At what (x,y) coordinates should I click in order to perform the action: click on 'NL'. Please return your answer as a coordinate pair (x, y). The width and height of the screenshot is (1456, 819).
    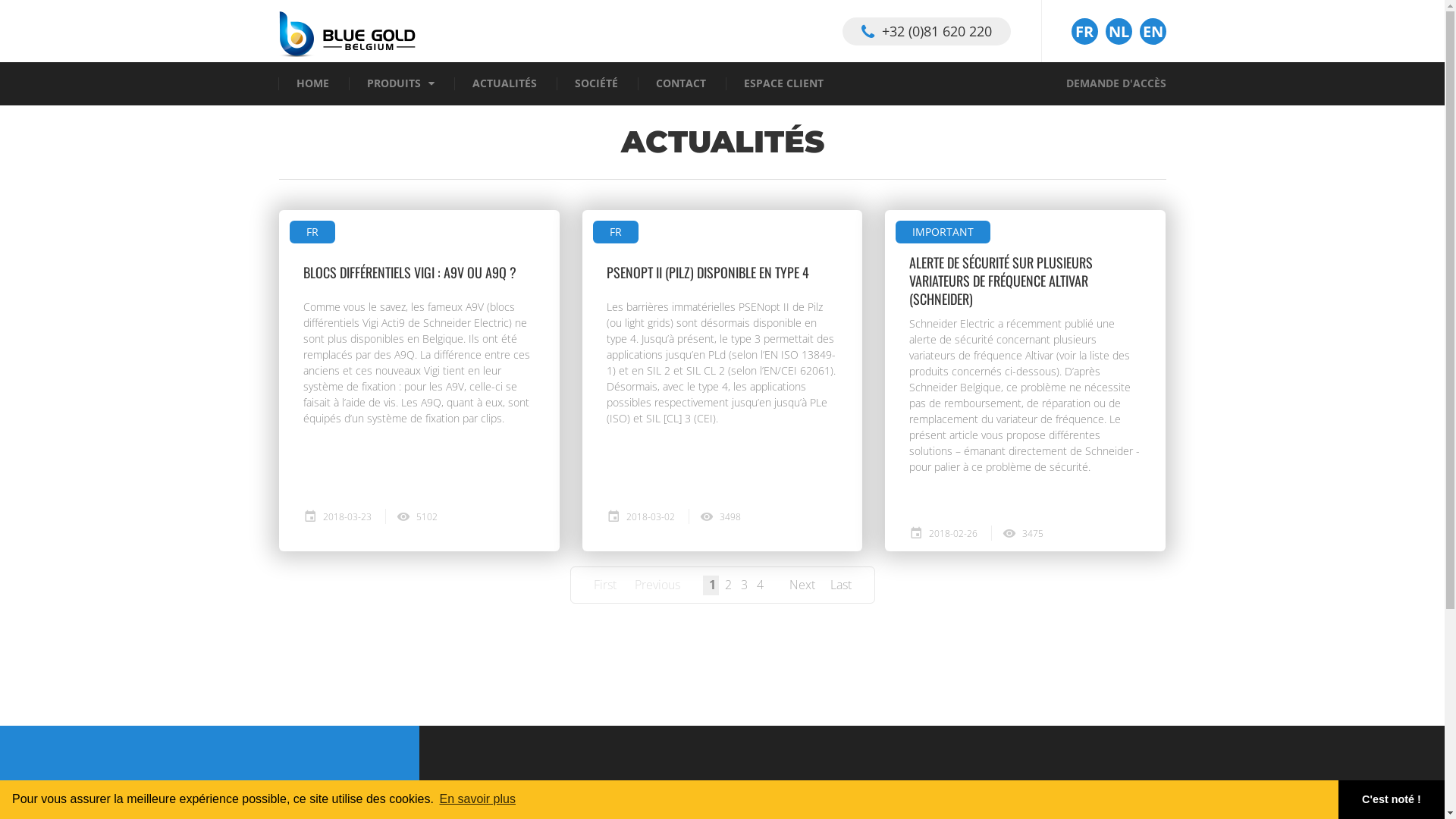
    Looking at the image, I should click on (1119, 31).